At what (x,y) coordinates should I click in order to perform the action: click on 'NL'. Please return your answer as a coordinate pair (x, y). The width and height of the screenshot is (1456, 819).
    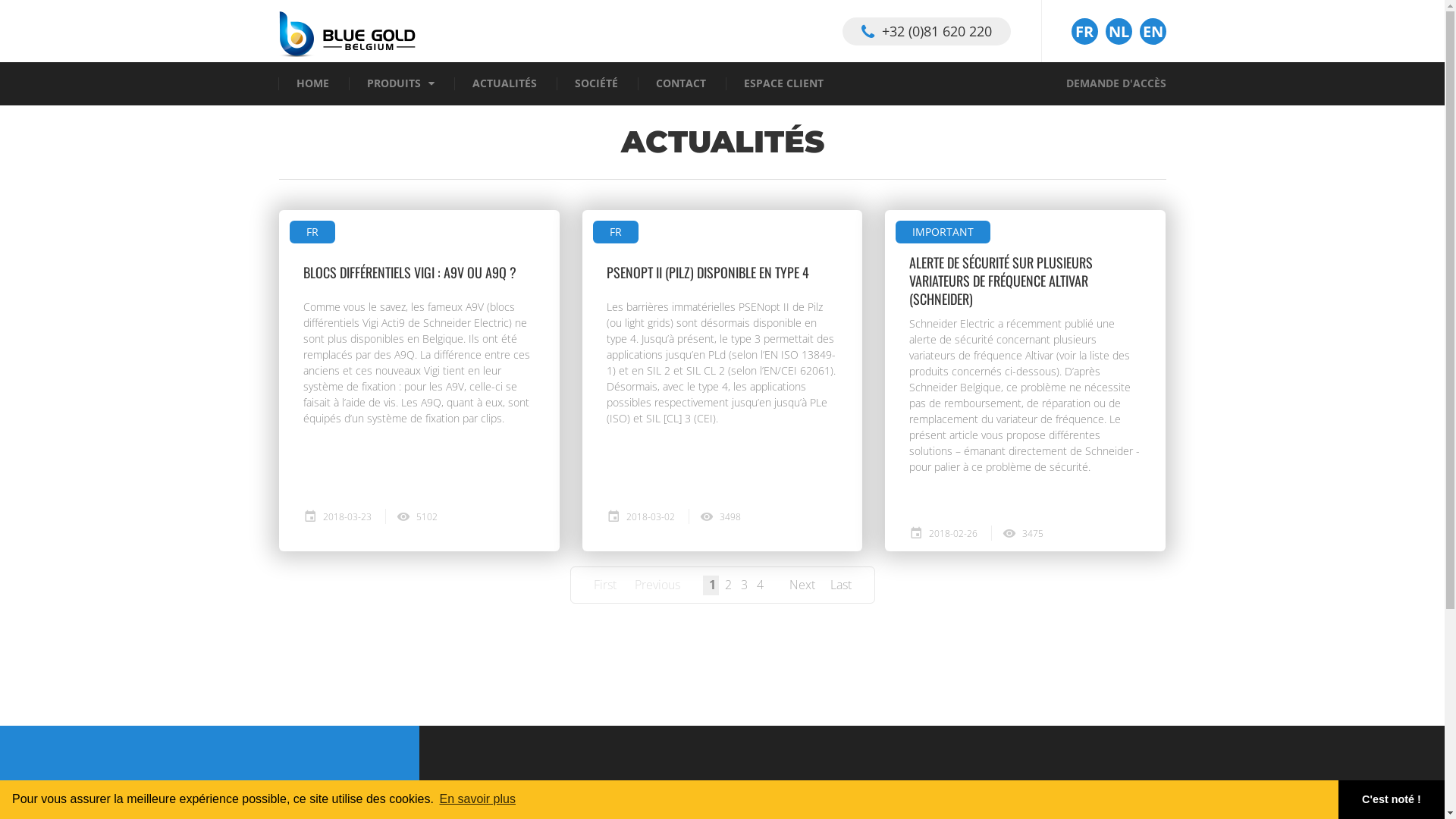
    Looking at the image, I should click on (1119, 31).